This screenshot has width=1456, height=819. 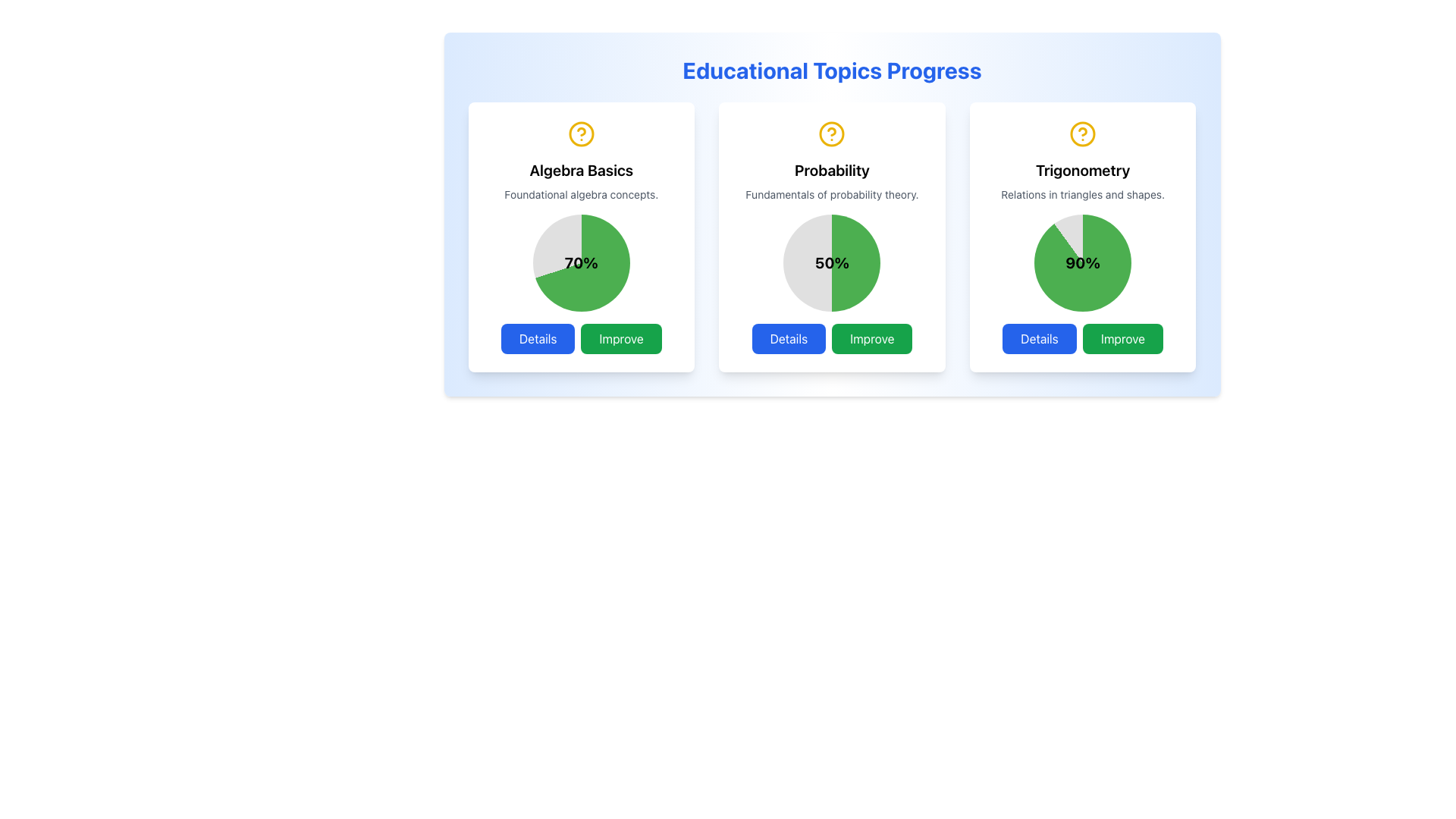 I want to click on the informational icon, a circular yellow-outlined icon with a question mark, located at the top-center of the 'Trigonometry' card, so click(x=1082, y=133).